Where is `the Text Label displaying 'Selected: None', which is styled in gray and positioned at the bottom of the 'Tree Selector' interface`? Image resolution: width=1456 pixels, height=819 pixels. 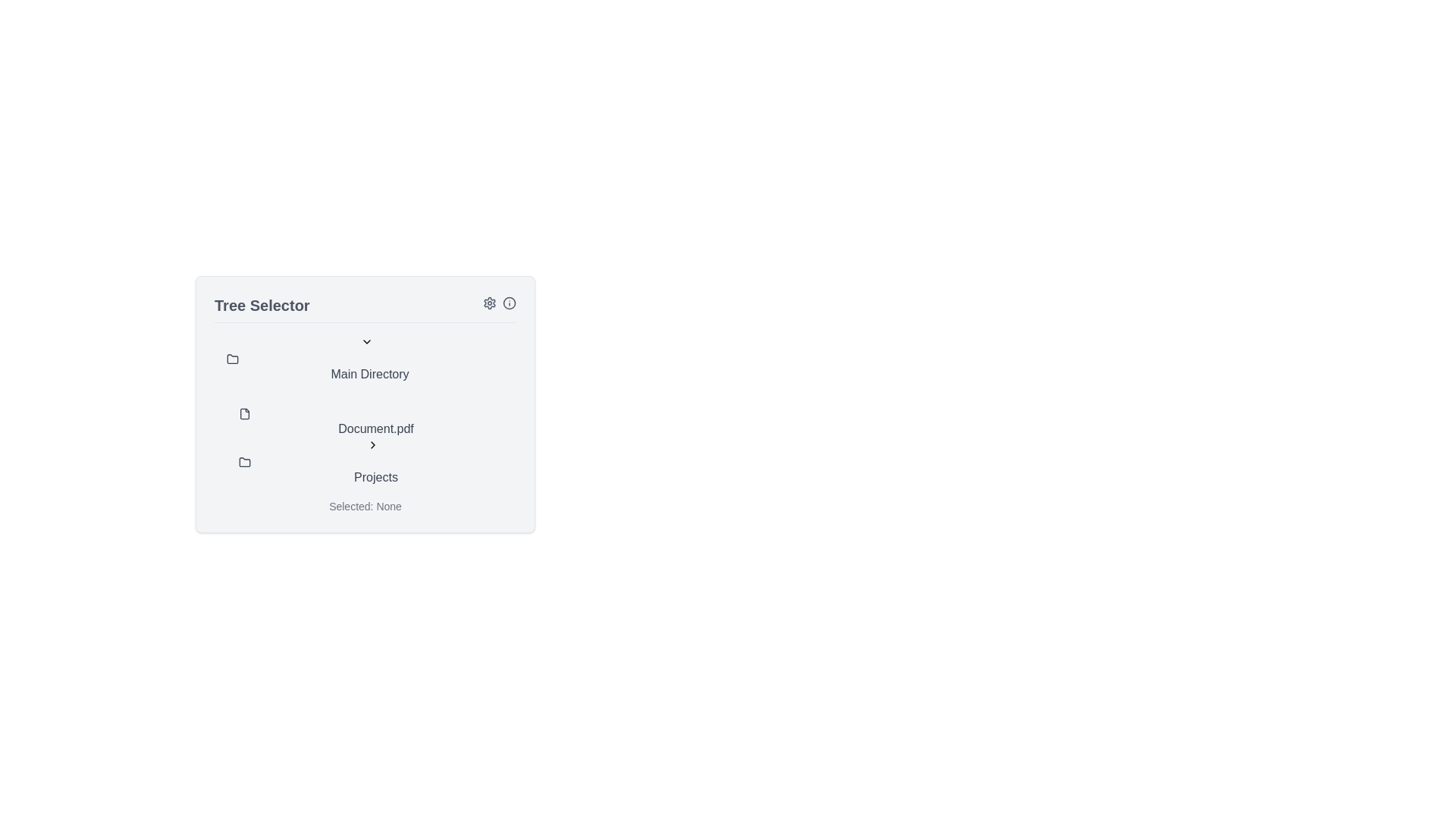 the Text Label displaying 'Selected: None', which is styled in gray and positioned at the bottom of the 'Tree Selector' interface is located at coordinates (365, 506).